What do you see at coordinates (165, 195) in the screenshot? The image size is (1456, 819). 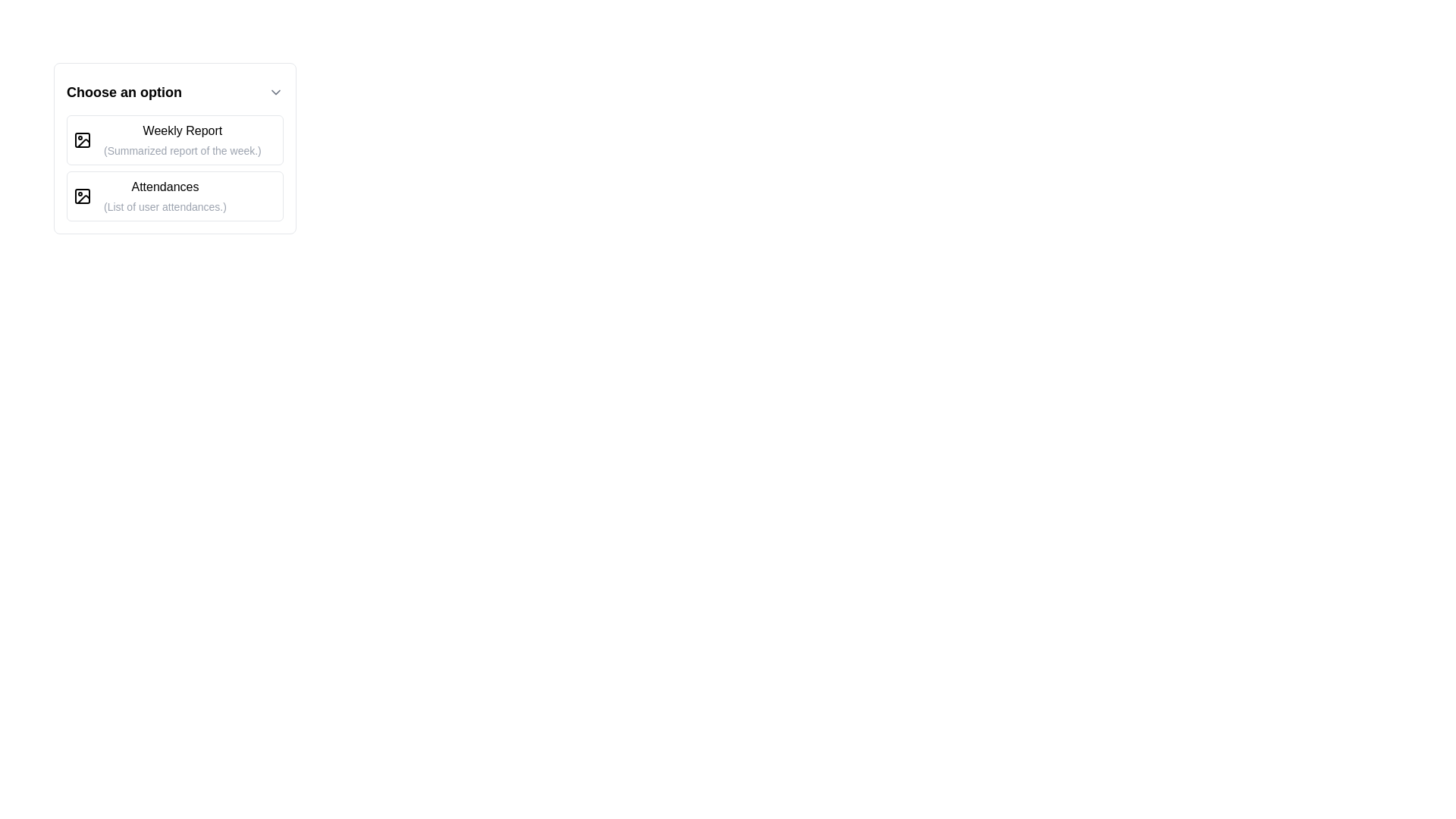 I see `the title of the Attendances menu item, which is the second item in the list located directly under the Weekly Report option` at bounding box center [165, 195].